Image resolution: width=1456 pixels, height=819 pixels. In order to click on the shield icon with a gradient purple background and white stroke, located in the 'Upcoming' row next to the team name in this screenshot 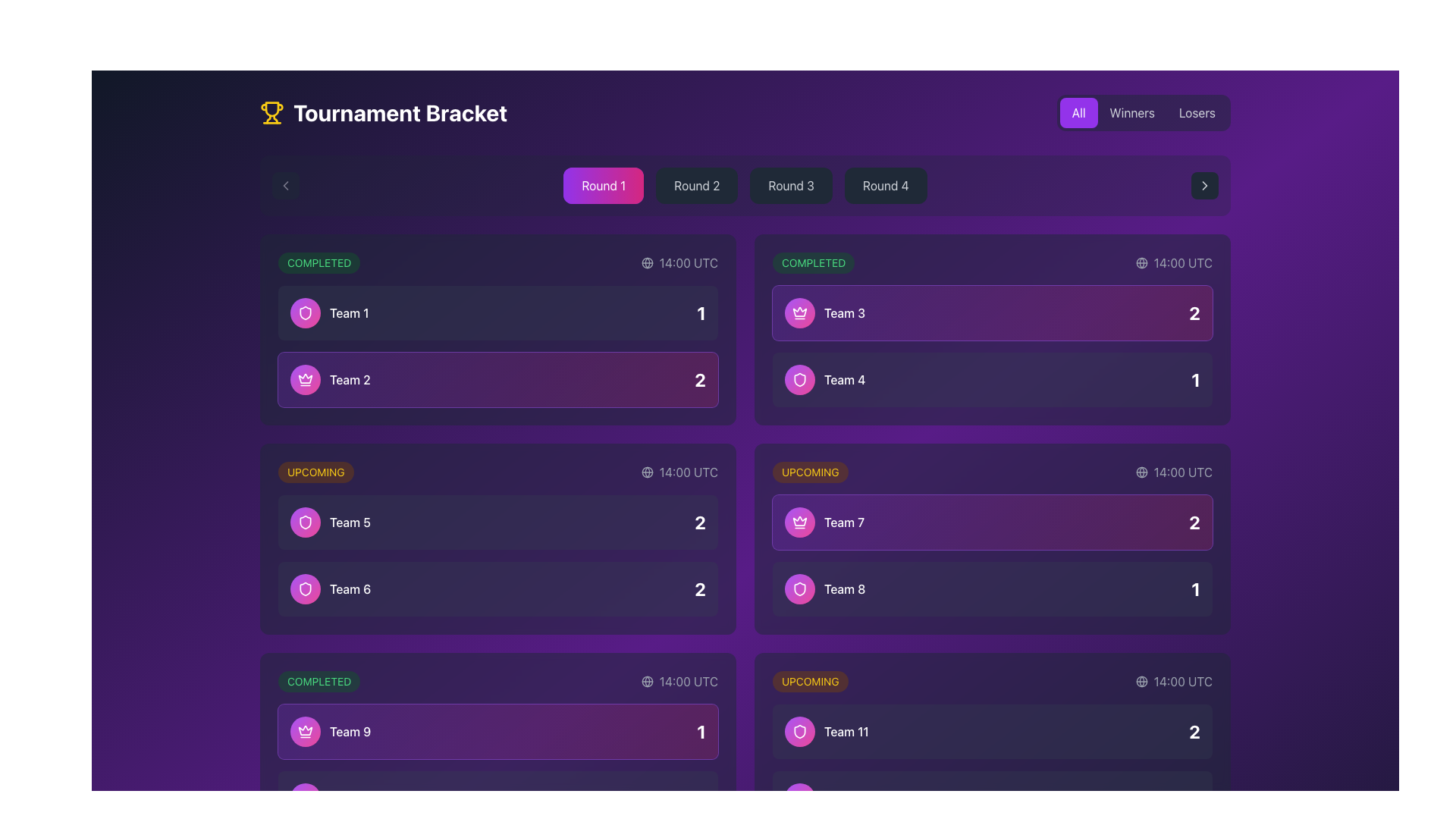, I will do `click(305, 588)`.